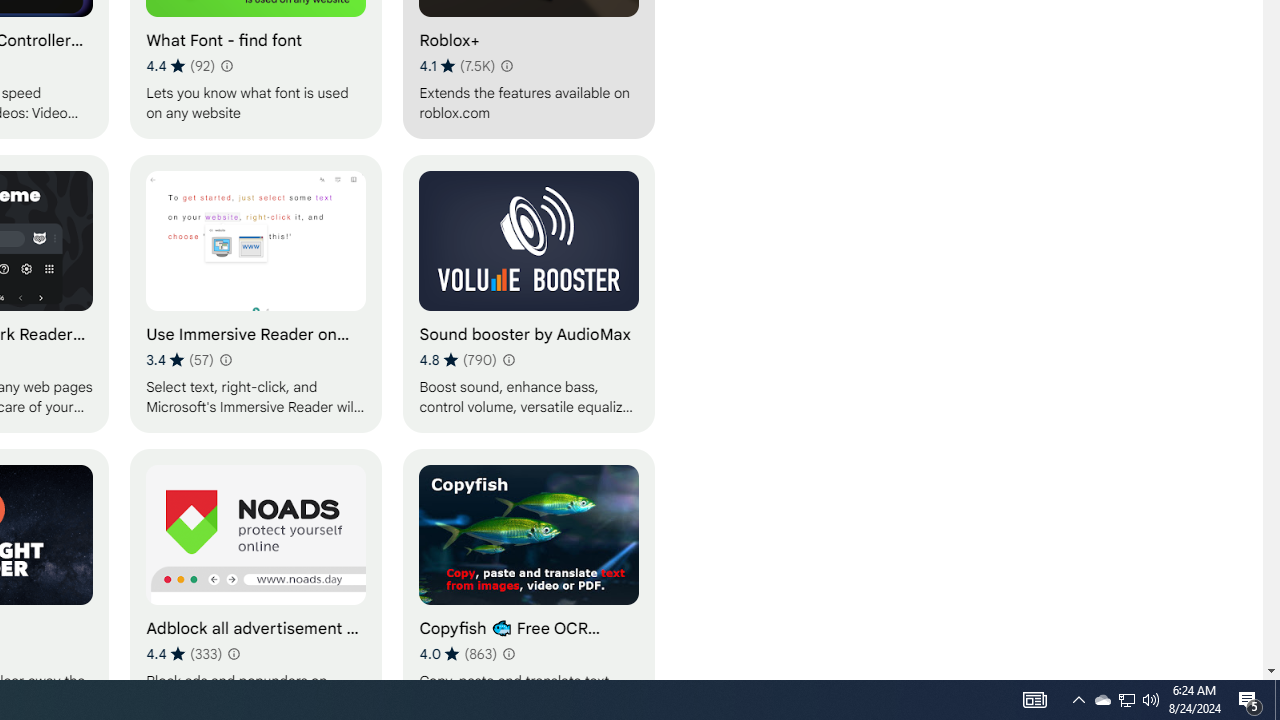  Describe the element at coordinates (457, 653) in the screenshot. I see `'Average rating 4.0 out of 5 stars. 863 ratings.'` at that location.